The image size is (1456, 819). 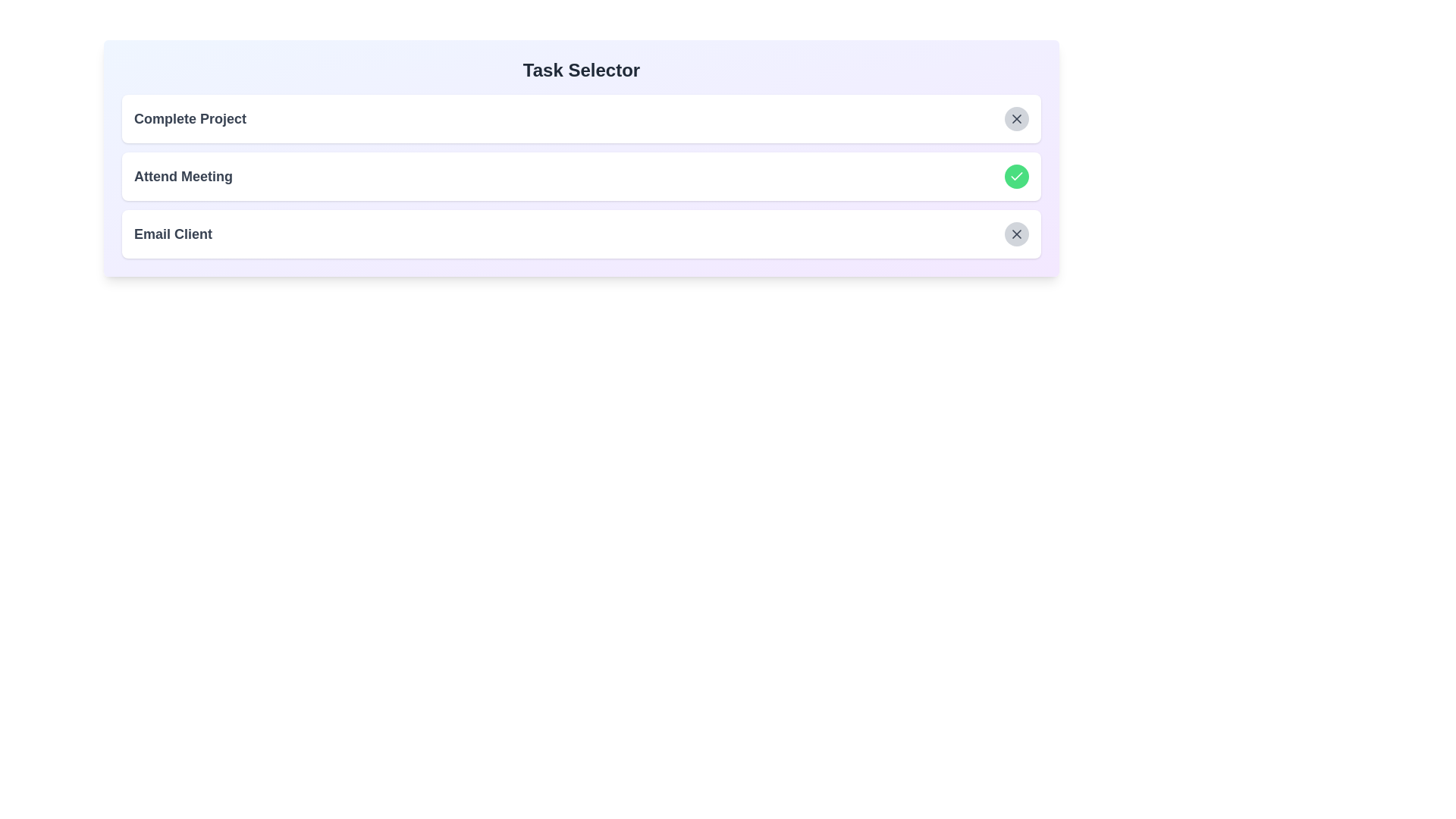 What do you see at coordinates (1016, 234) in the screenshot?
I see `the task Email Client` at bounding box center [1016, 234].